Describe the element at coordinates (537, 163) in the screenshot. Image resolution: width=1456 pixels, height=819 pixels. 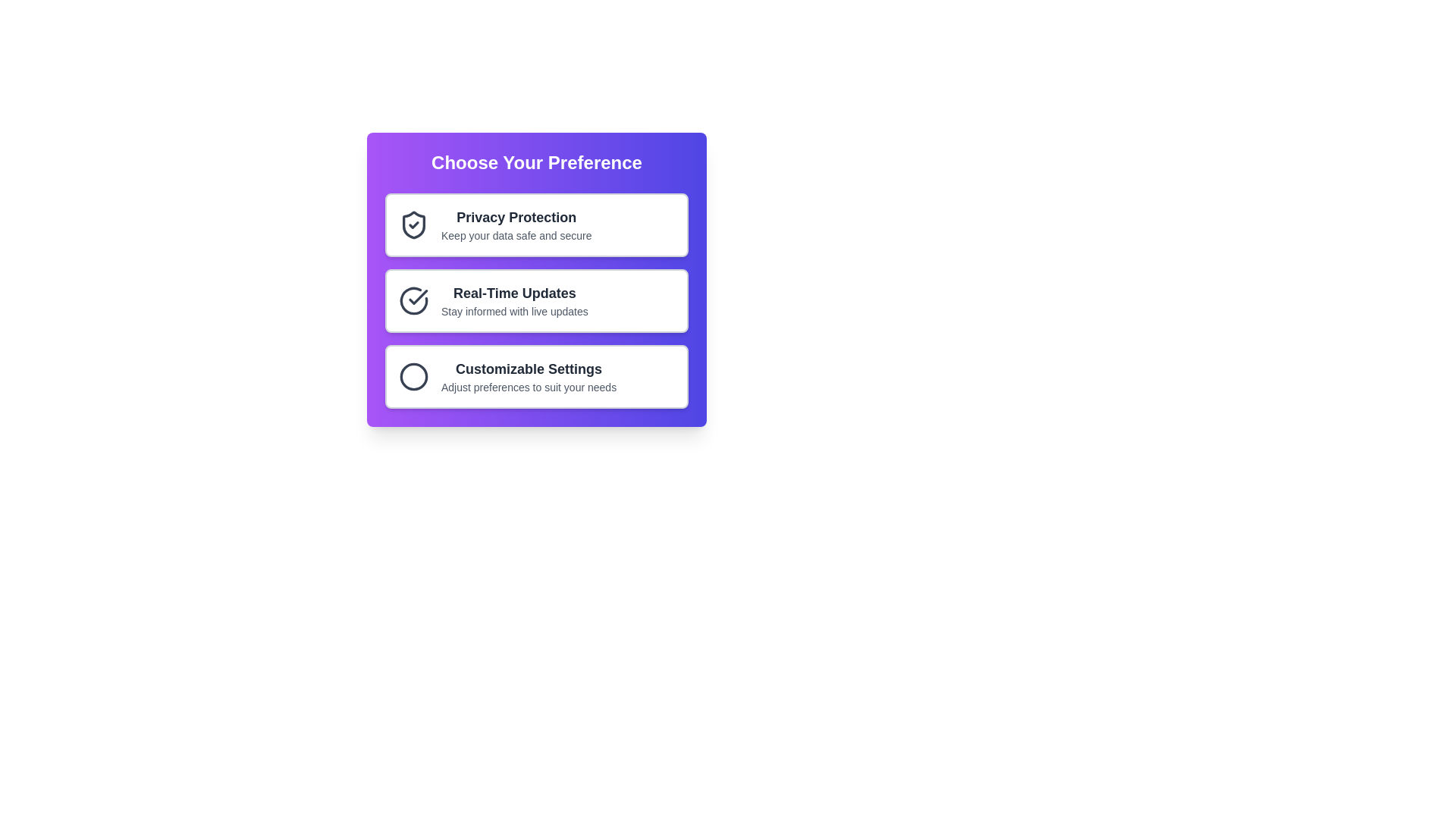
I see `text of the heading located at the top center of the purple gradient box, which serves as a title for the section below` at that location.